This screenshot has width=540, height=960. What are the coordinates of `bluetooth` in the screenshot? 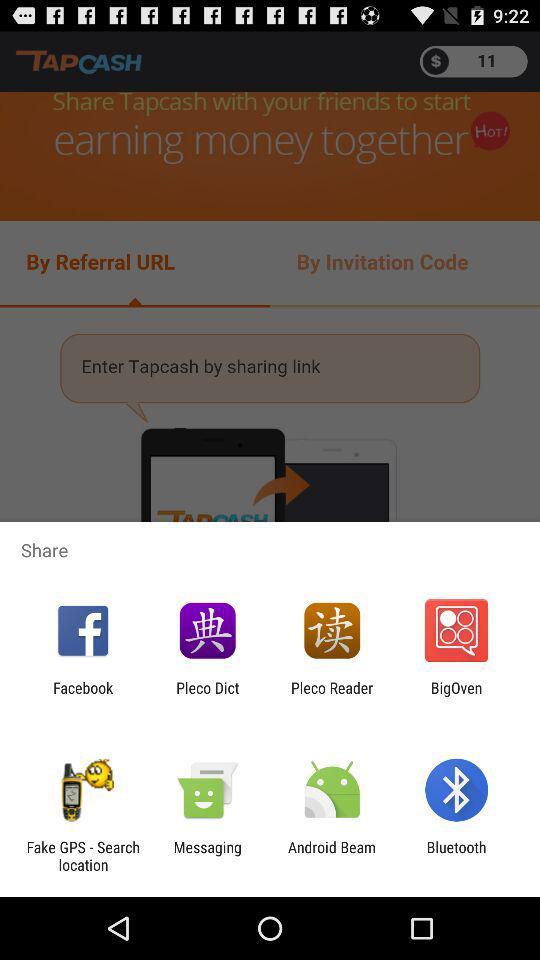 It's located at (456, 855).